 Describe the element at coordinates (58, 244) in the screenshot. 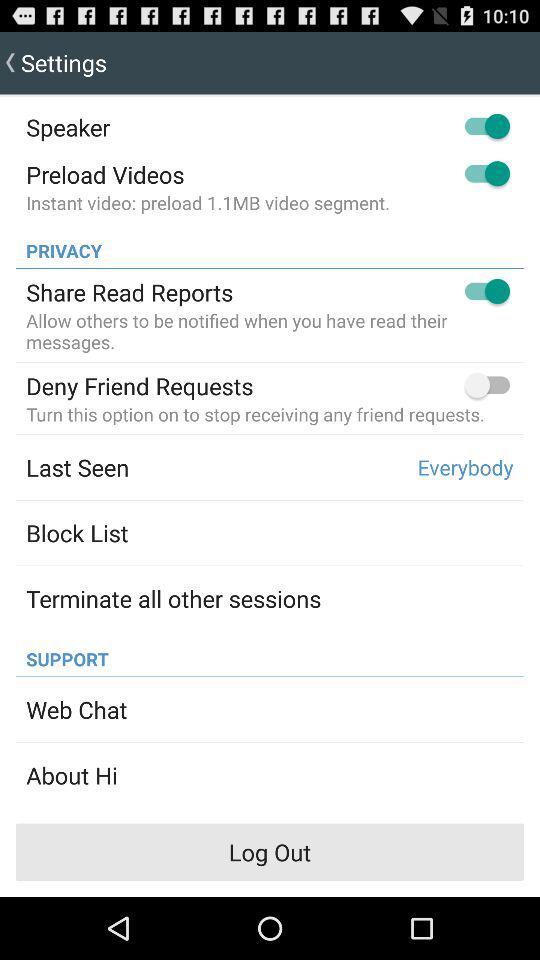

I see `privacy icon` at that location.